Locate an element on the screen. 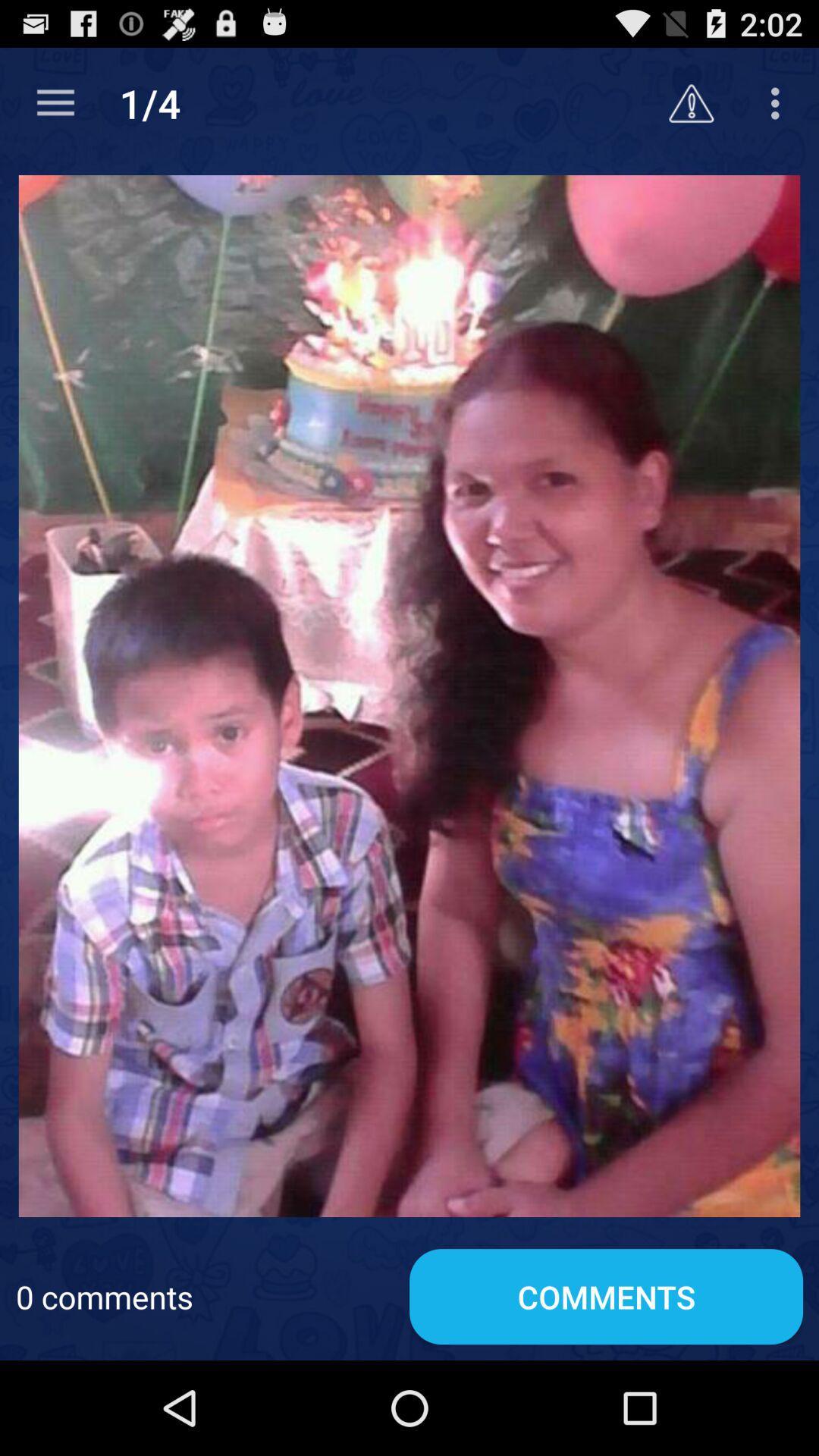 The image size is (819, 1456). the icon at the center is located at coordinates (409, 695).